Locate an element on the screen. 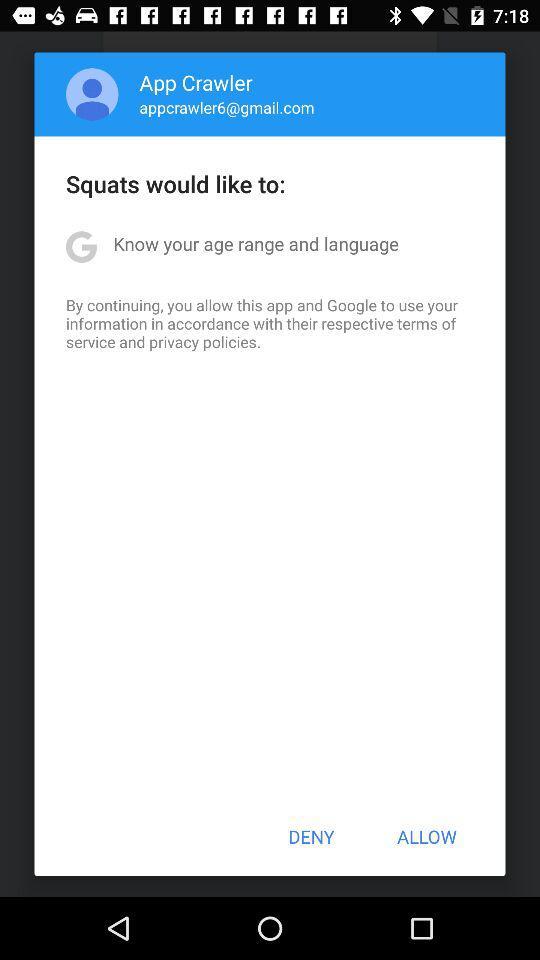  item next to app crawler is located at coordinates (91, 94).